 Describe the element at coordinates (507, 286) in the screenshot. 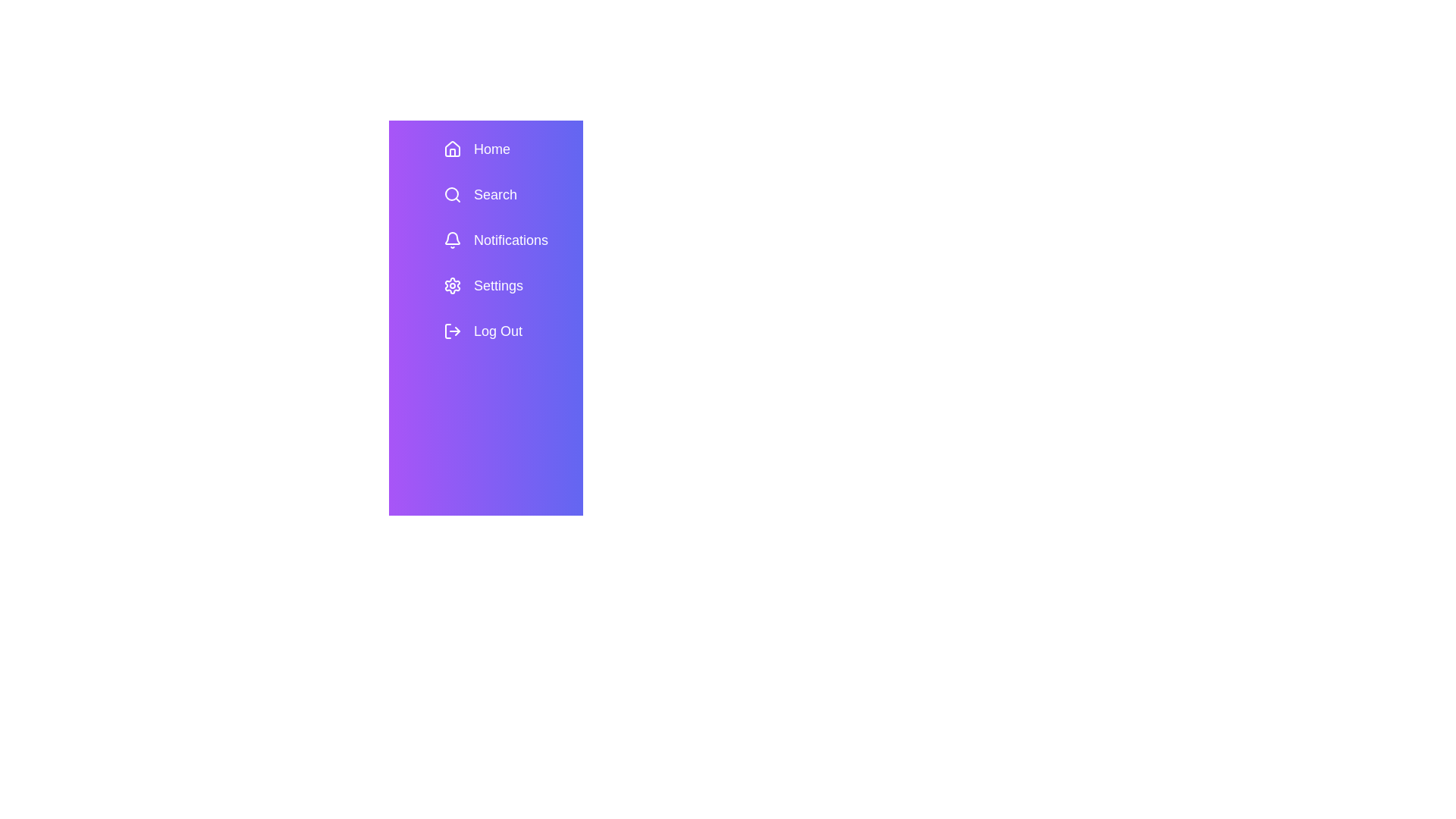

I see `the menu item Settings to view its hover effect` at that location.